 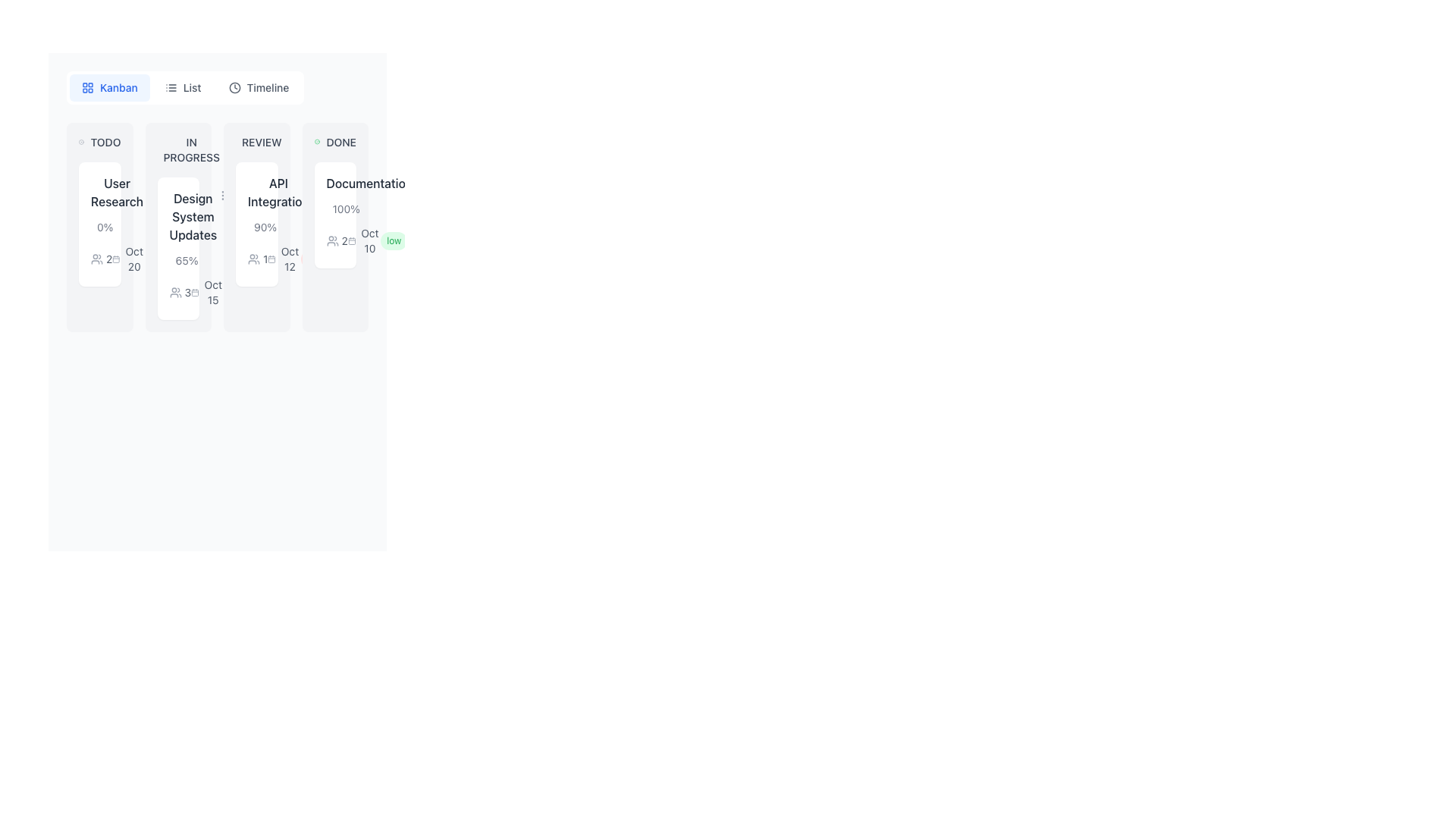 I want to click on the user icon representing two figures in light gray color located in the 'Done' column of the kanban board interface under the 'Documentation' card, so click(x=331, y=240).